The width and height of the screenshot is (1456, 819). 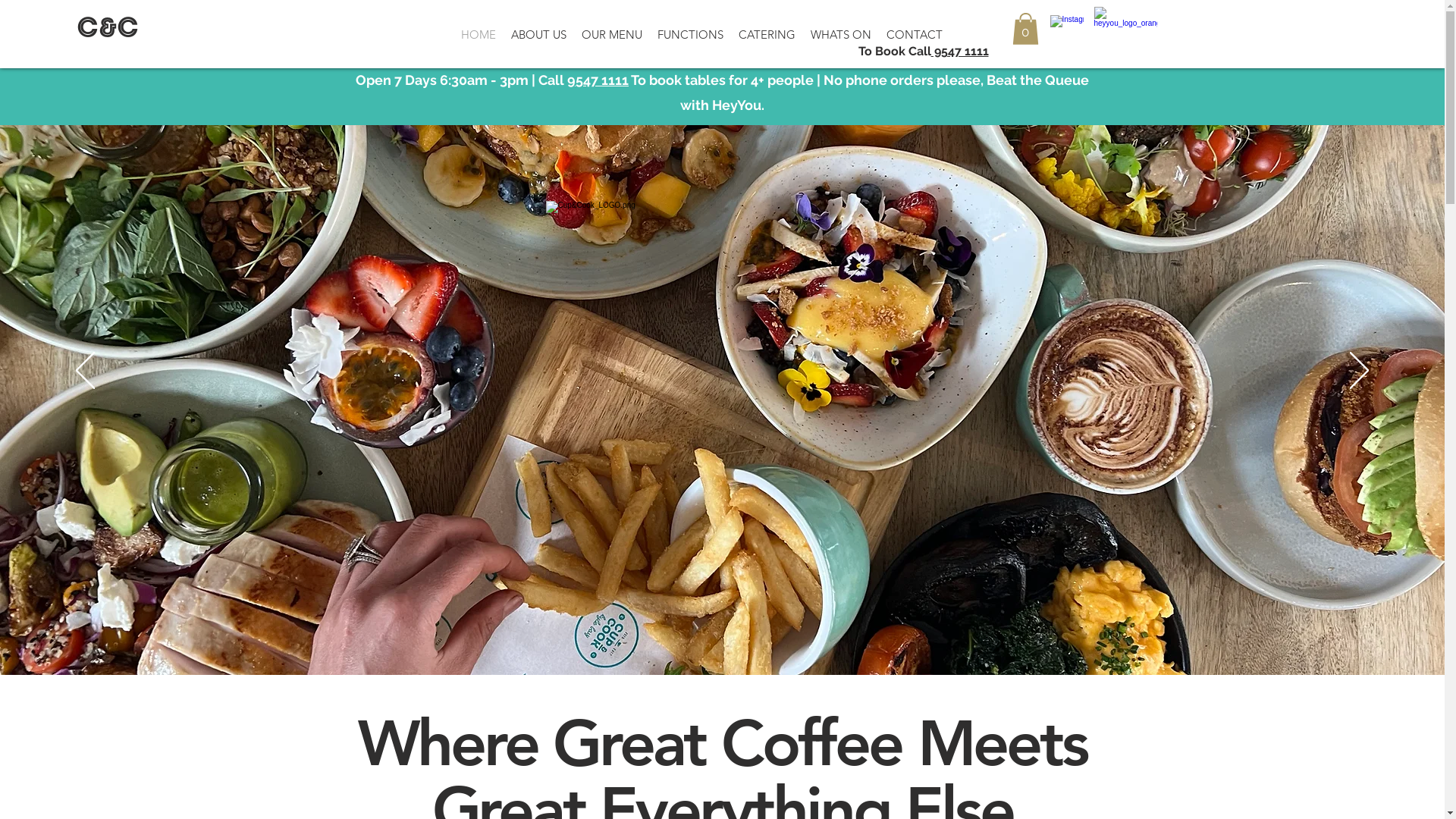 I want to click on 'ABOUT US', so click(x=538, y=34).